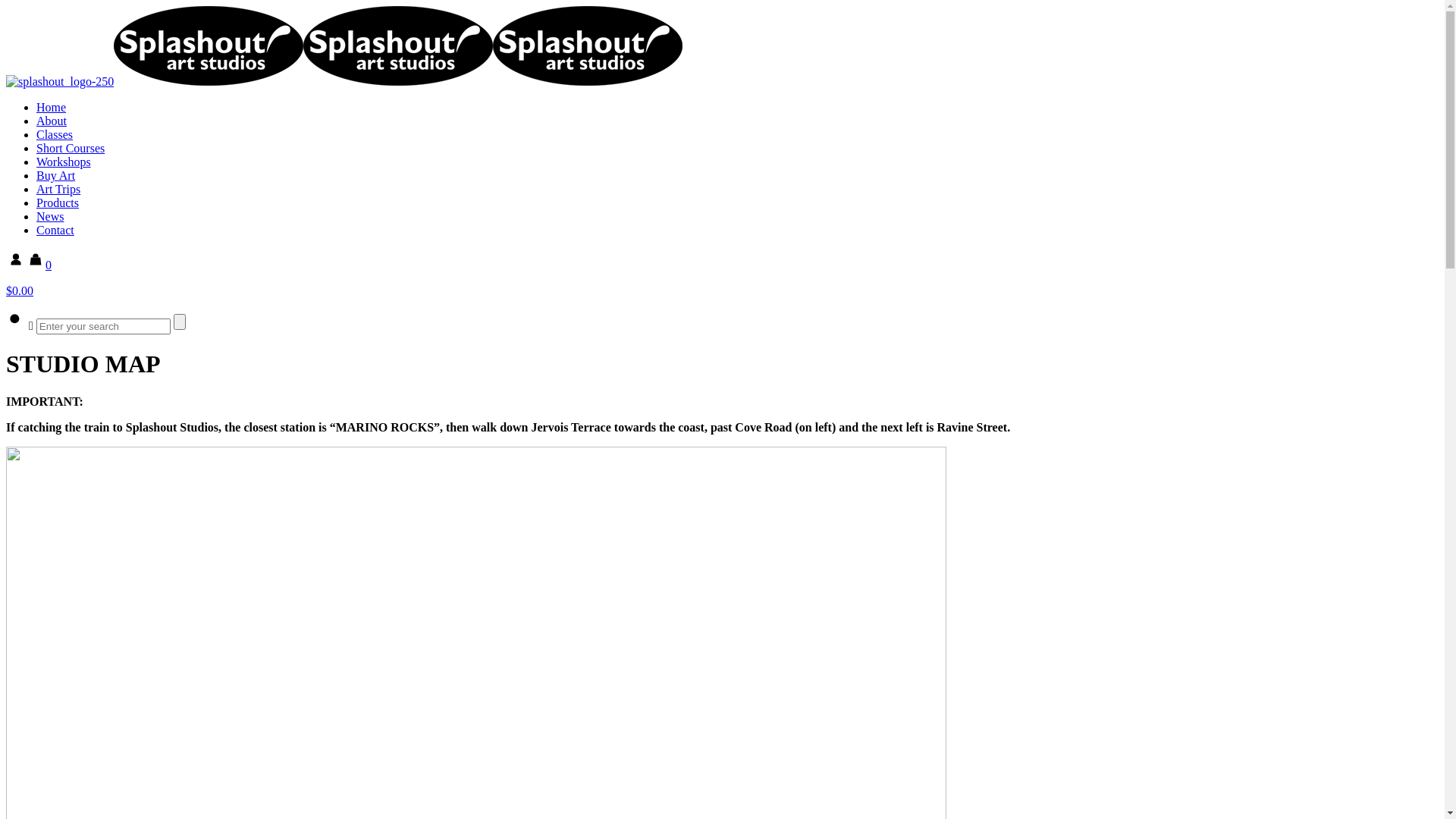 This screenshot has width=1456, height=819. I want to click on 'Home', so click(51, 106).